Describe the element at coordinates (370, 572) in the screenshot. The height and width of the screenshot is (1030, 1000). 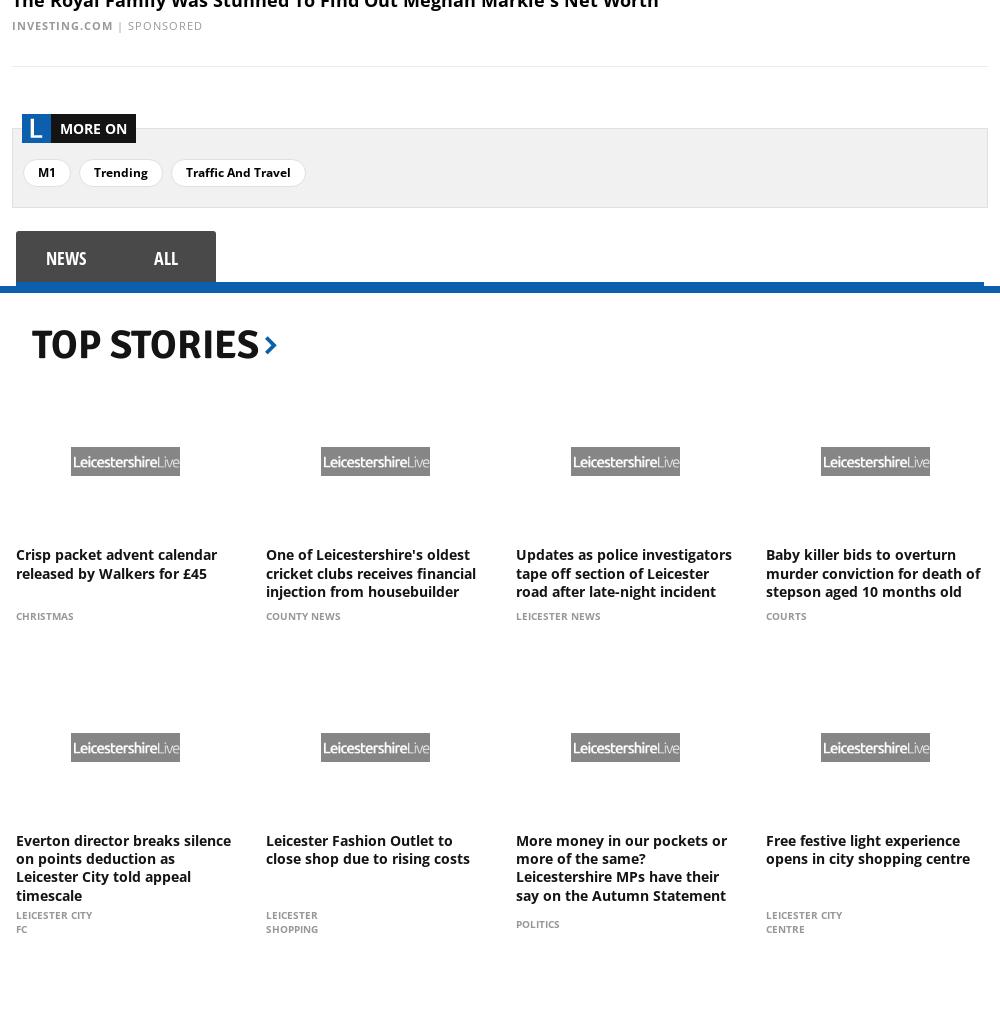
I see `'One of Leicestershire's oldest cricket clubs receives financial injection from housebuilder'` at that location.